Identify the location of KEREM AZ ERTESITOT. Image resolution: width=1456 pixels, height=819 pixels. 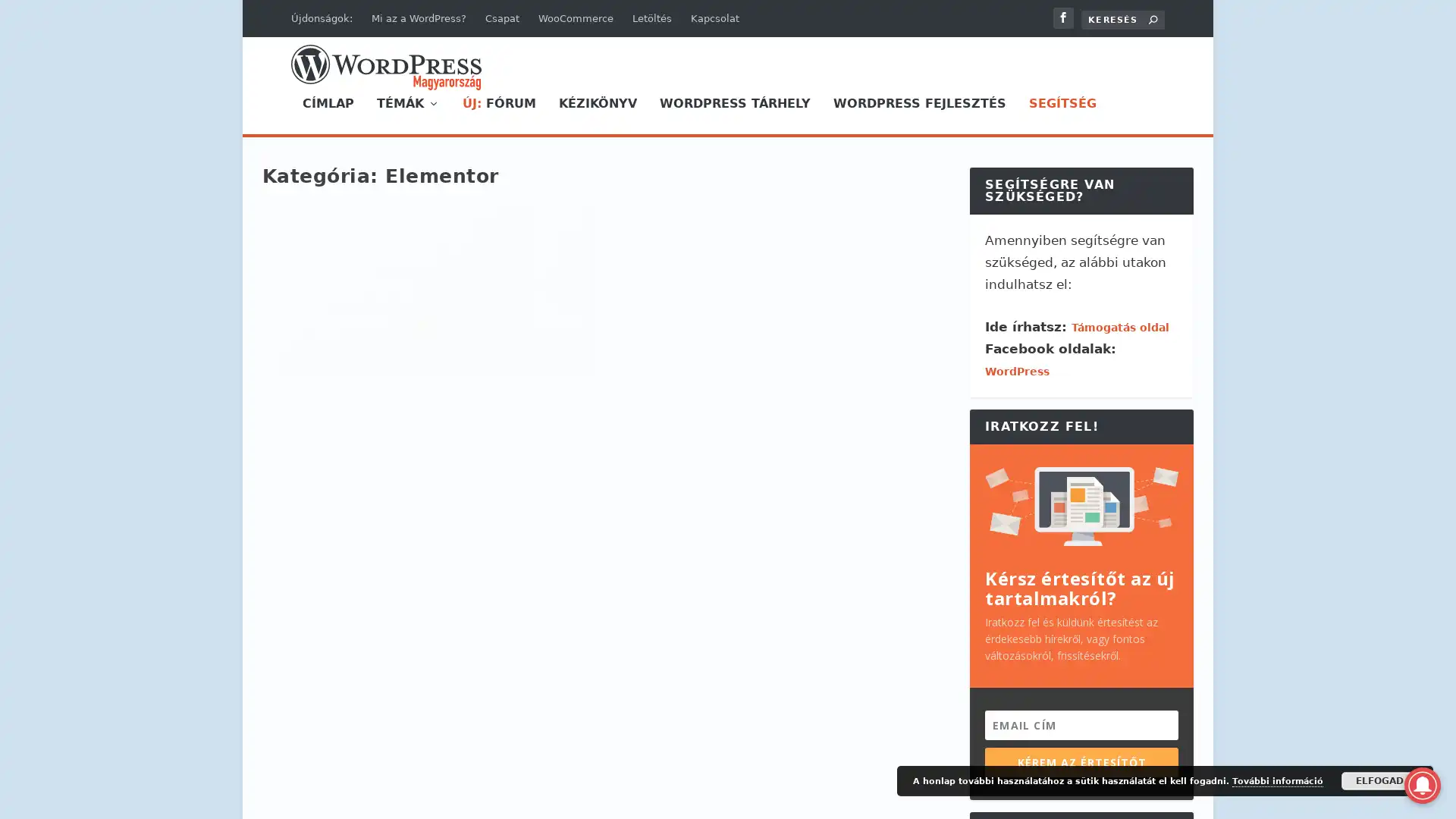
(1081, 761).